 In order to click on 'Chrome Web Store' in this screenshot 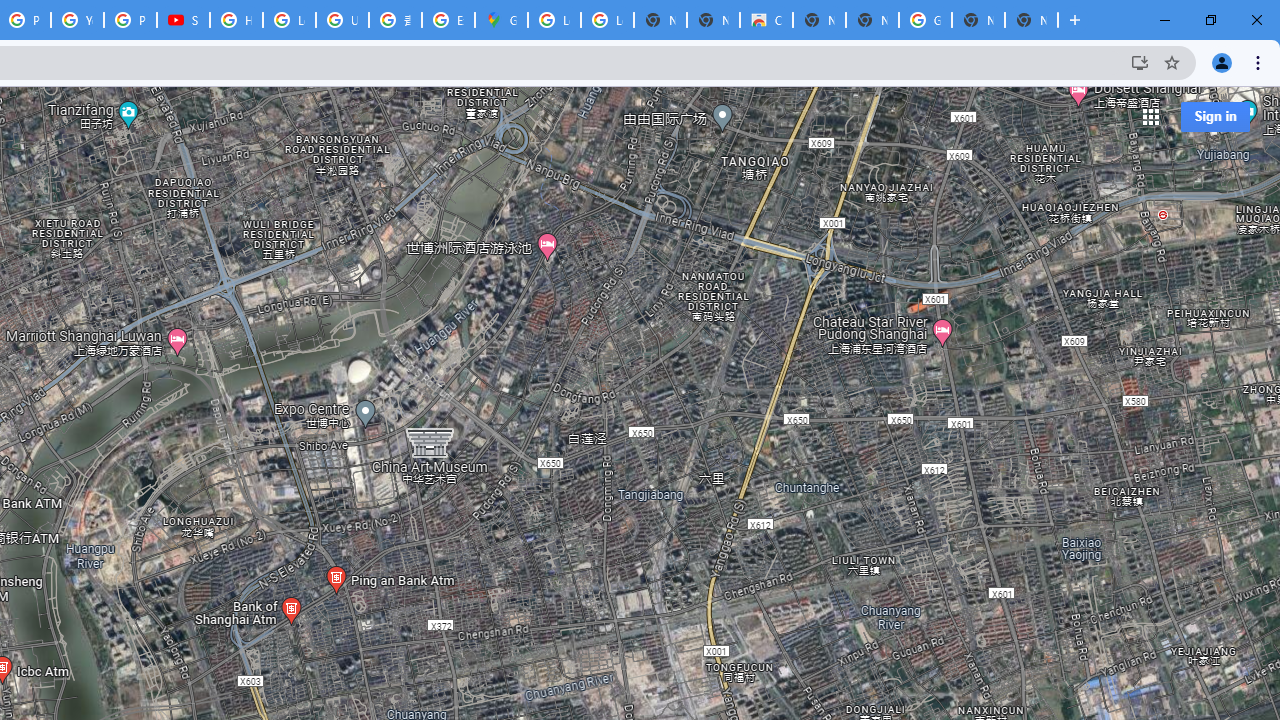, I will do `click(765, 20)`.